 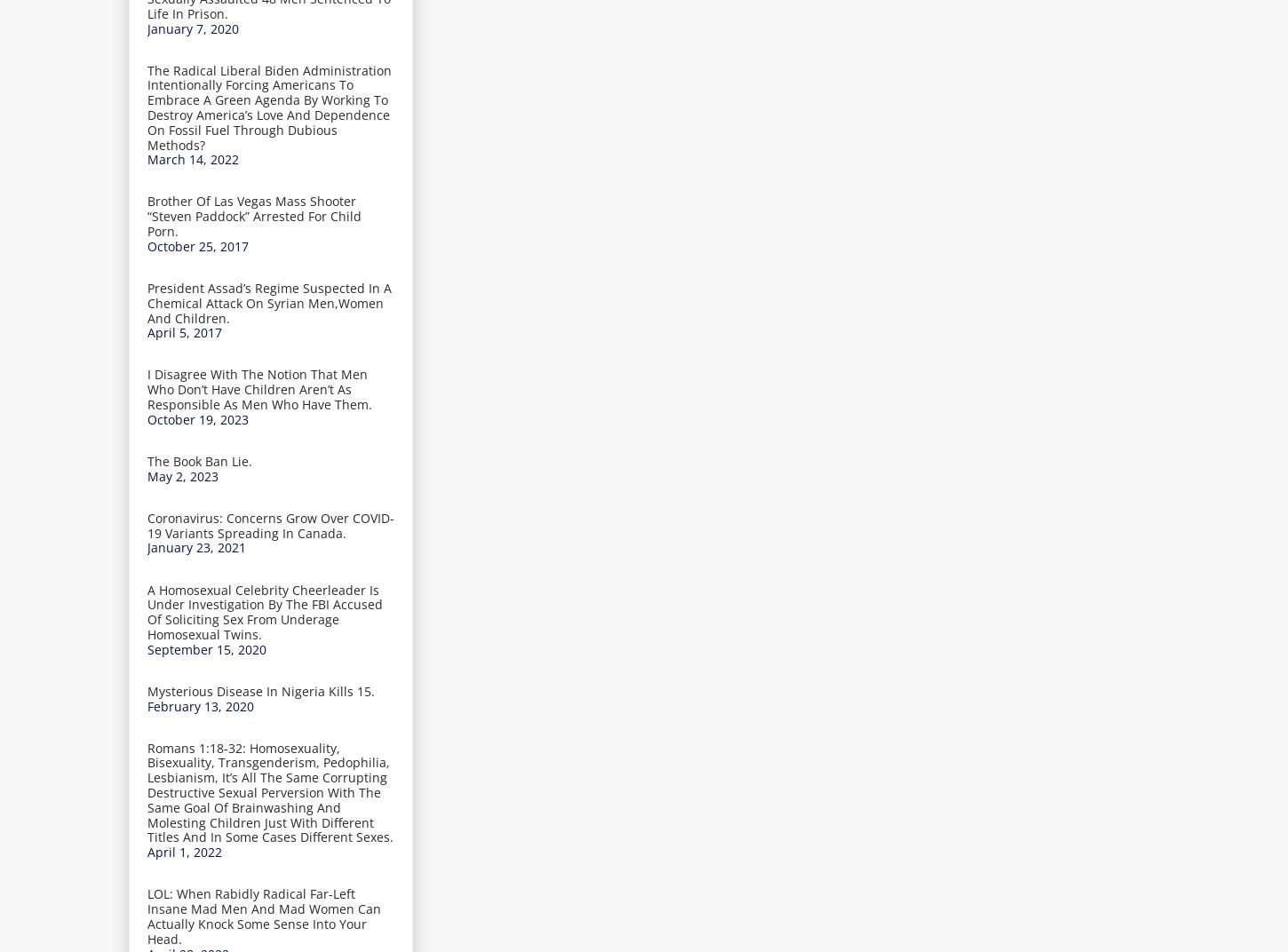 What do you see at coordinates (195, 547) in the screenshot?
I see `'January 23, 2021'` at bounding box center [195, 547].